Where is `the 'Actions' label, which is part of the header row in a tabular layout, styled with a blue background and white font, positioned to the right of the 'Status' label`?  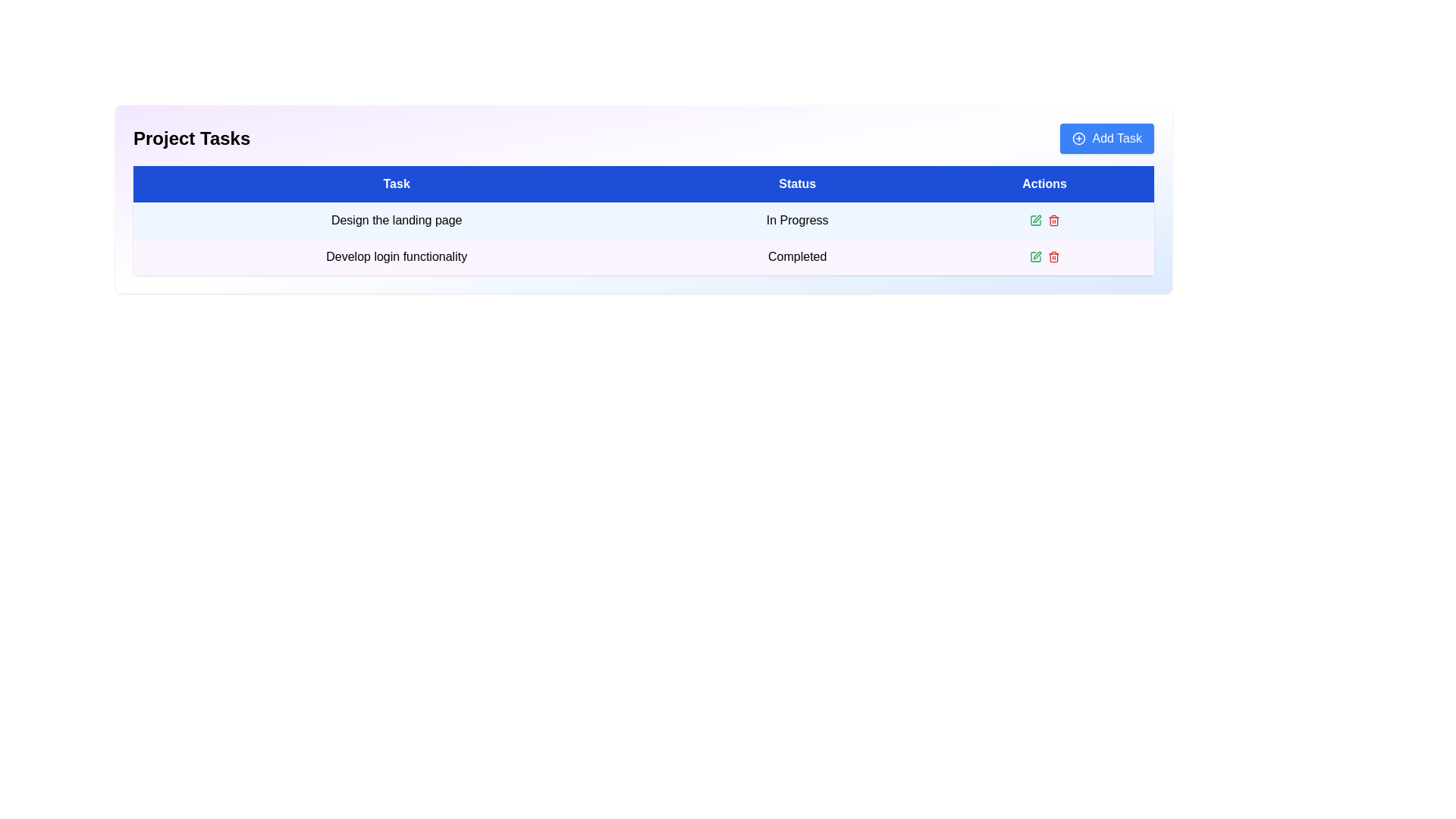
the 'Actions' label, which is part of the header row in a tabular layout, styled with a blue background and white font, positioned to the right of the 'Status' label is located at coordinates (1043, 184).